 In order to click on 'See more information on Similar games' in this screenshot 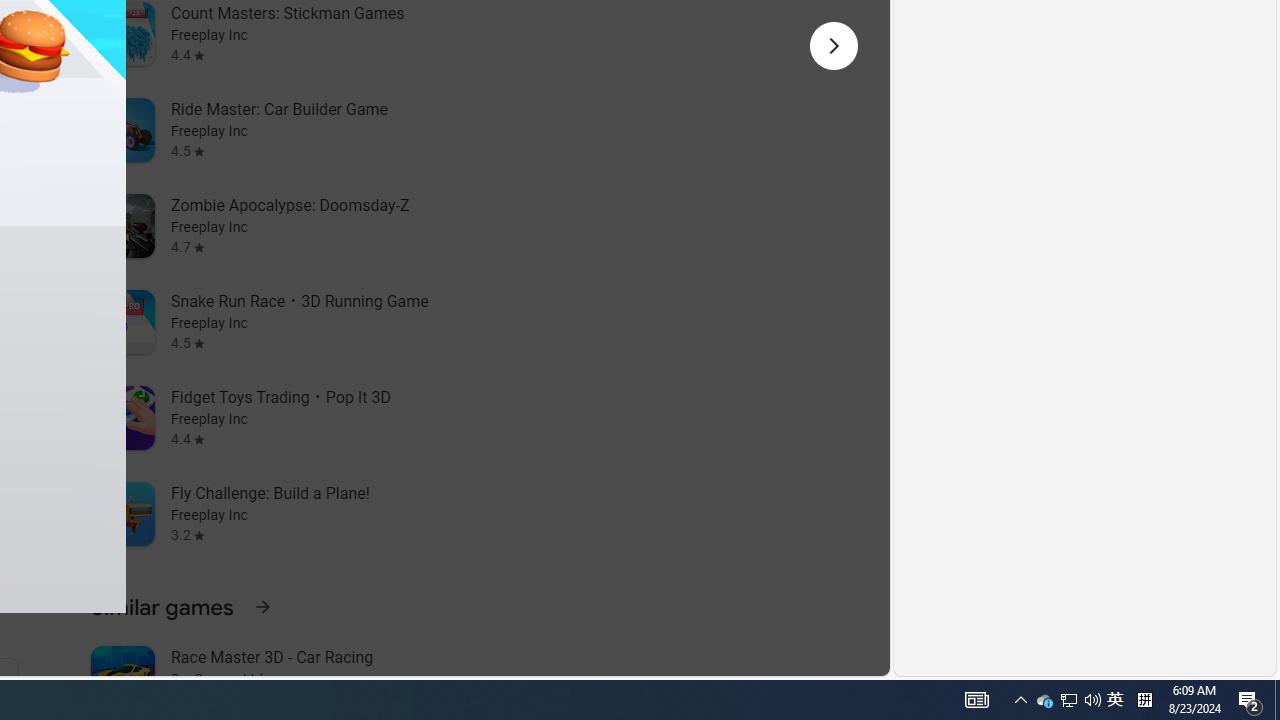, I will do `click(261, 605)`.